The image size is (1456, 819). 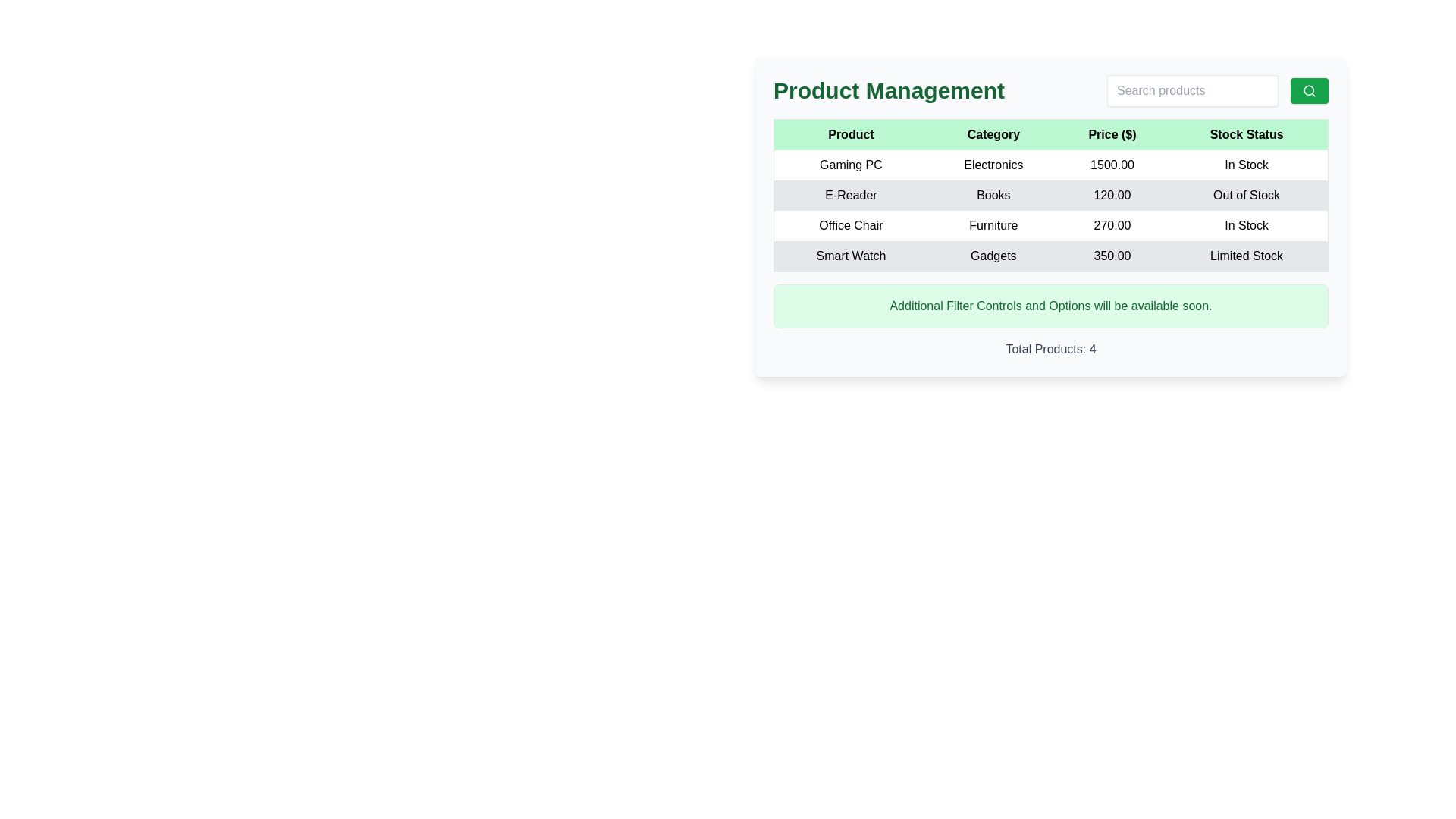 What do you see at coordinates (1192, 90) in the screenshot?
I see `the search input text box located at the upper-right corner of the product management interface` at bounding box center [1192, 90].